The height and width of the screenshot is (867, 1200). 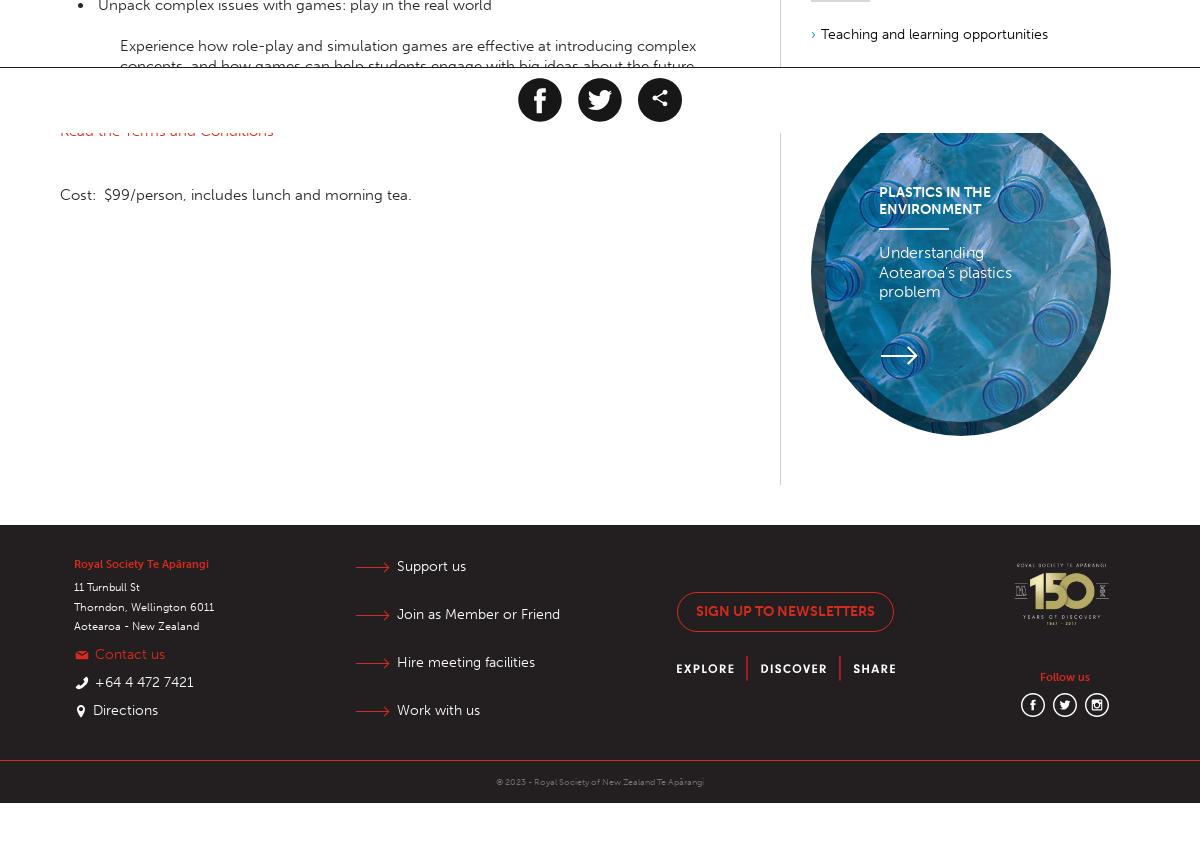 What do you see at coordinates (1063, 676) in the screenshot?
I see `'Follow us'` at bounding box center [1063, 676].